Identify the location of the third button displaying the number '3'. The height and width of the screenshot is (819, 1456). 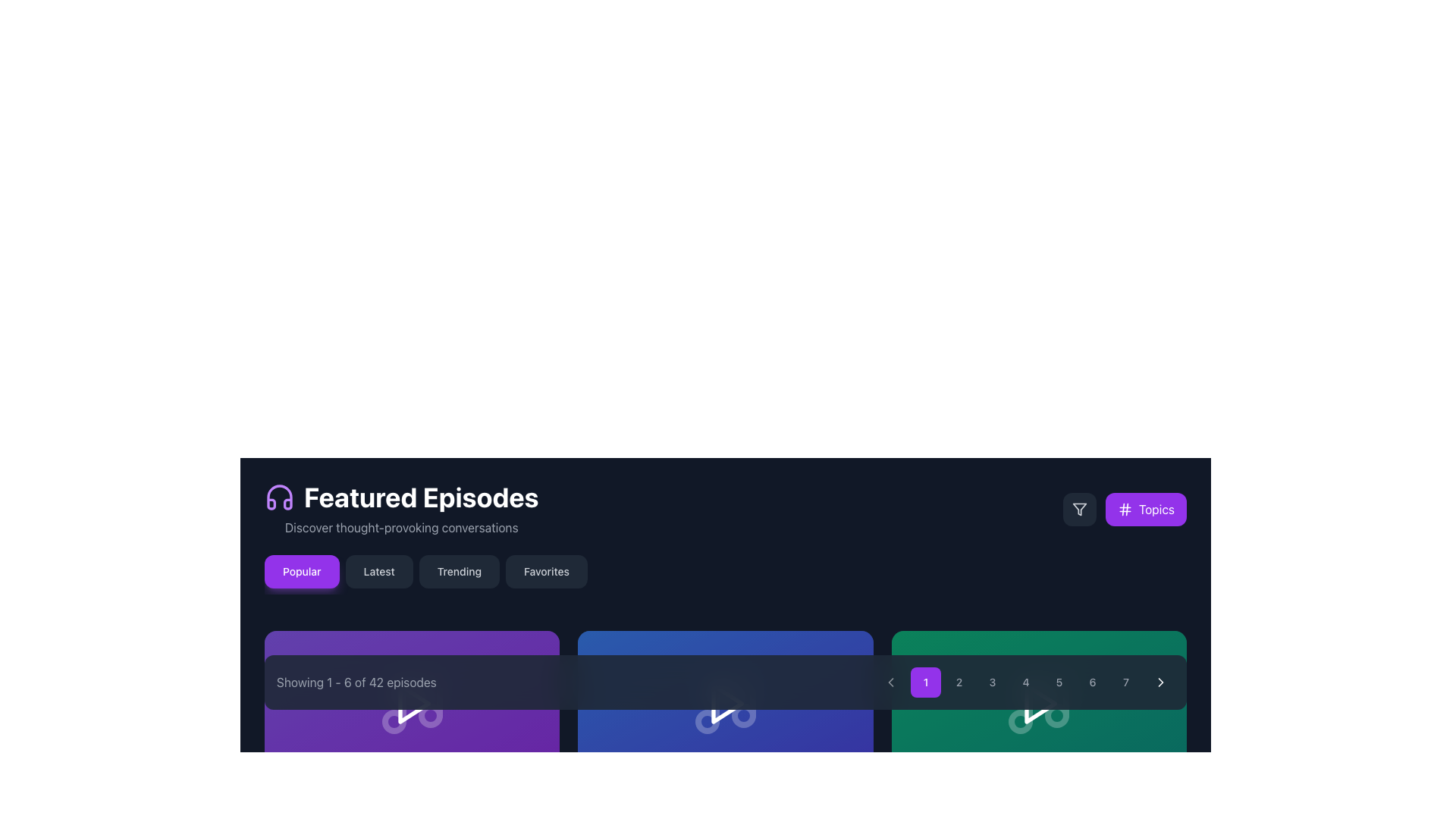
(993, 681).